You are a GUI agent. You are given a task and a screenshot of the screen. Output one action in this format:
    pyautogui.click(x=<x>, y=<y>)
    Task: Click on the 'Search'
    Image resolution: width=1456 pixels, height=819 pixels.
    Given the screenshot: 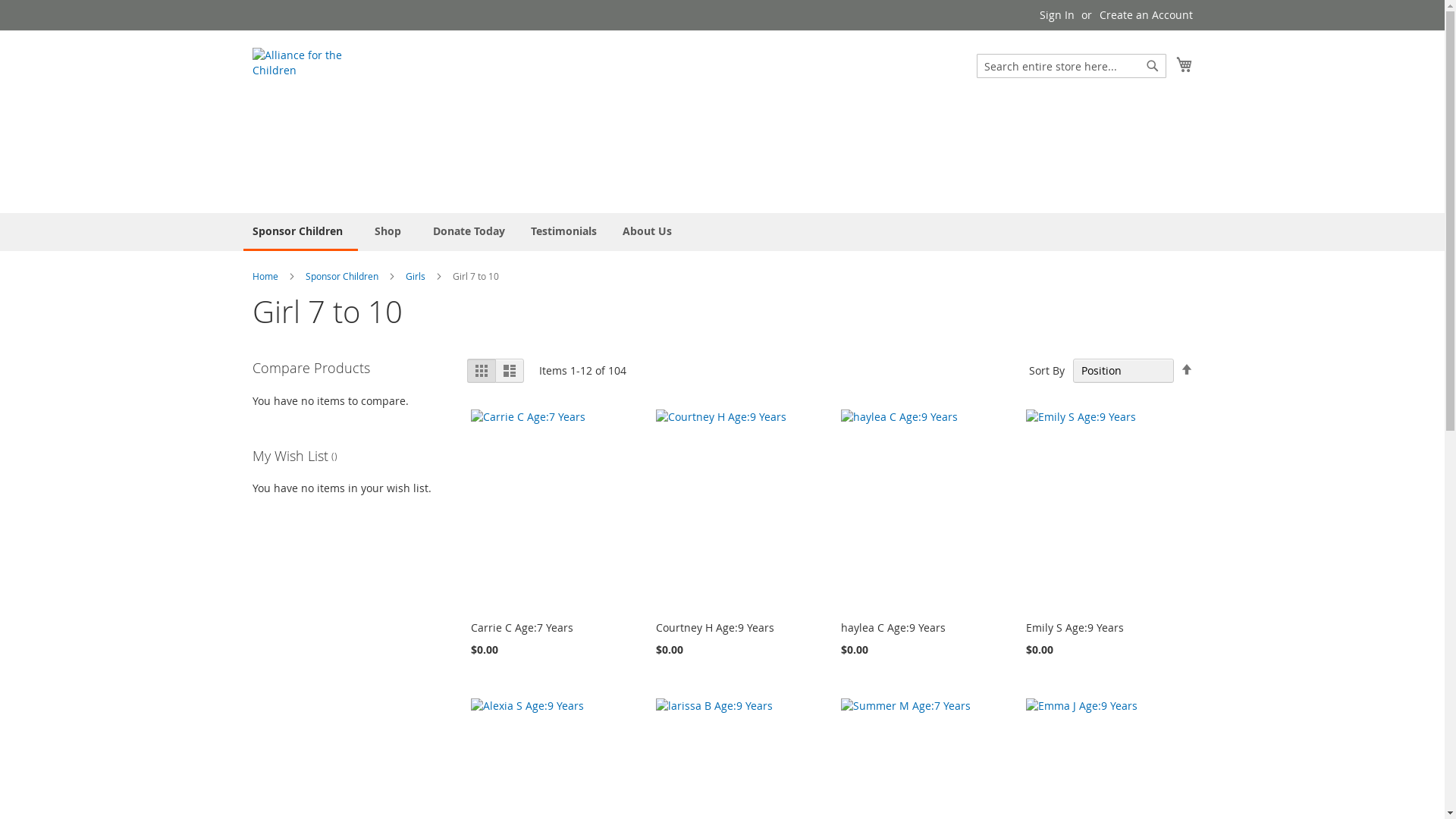 What is the action you would take?
    pyautogui.click(x=1153, y=65)
    